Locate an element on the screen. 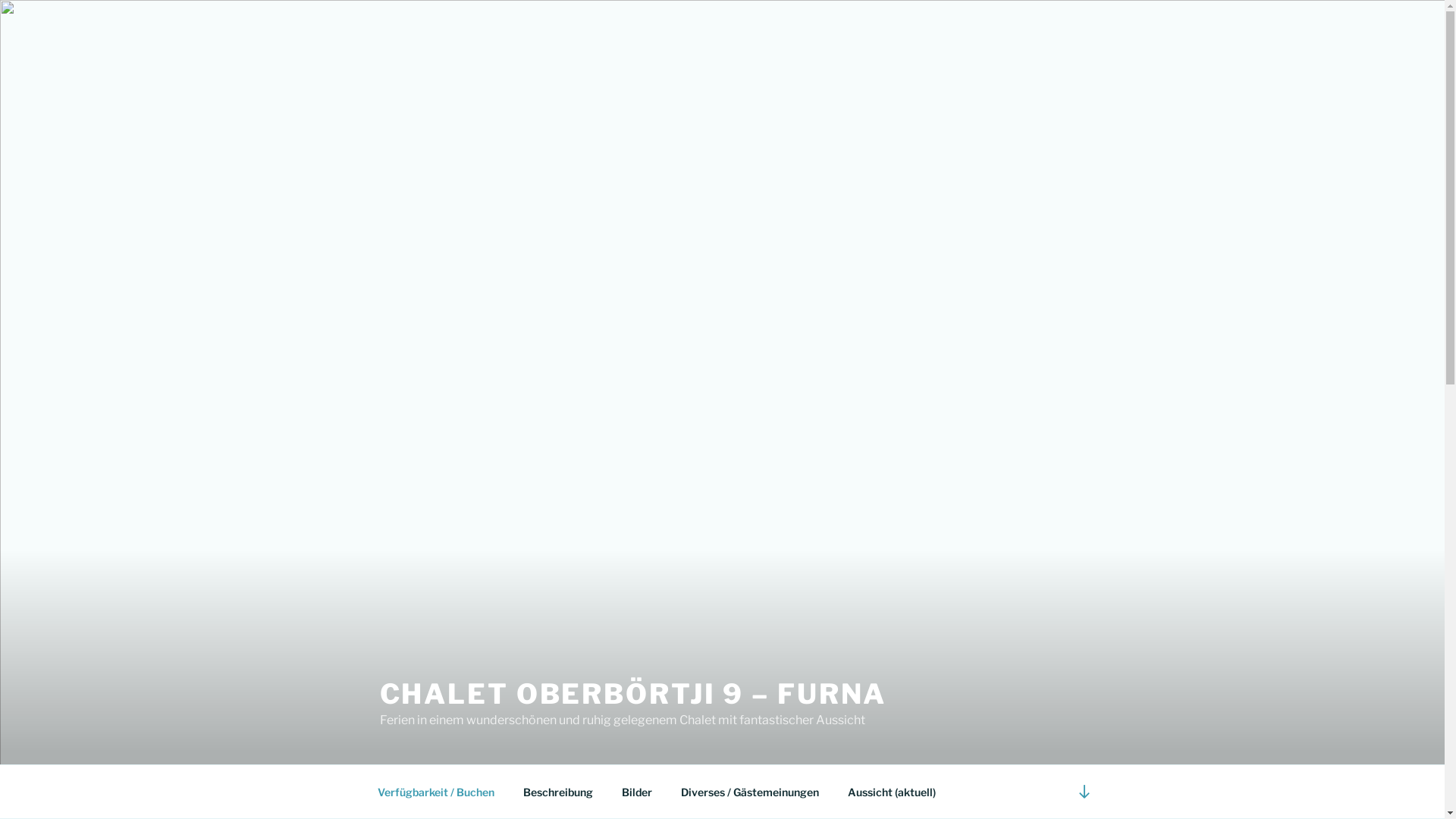  'Bilder' is located at coordinates (636, 791).